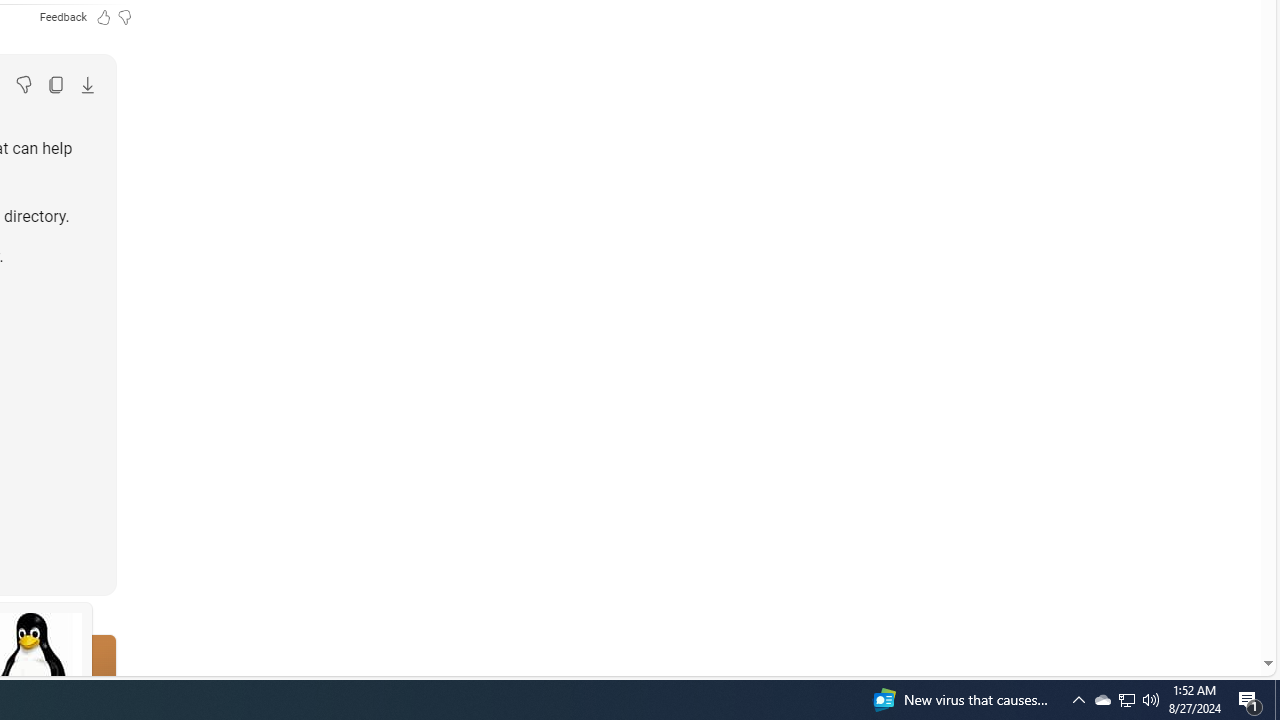  What do you see at coordinates (55, 83) in the screenshot?
I see `'Copy'` at bounding box center [55, 83].